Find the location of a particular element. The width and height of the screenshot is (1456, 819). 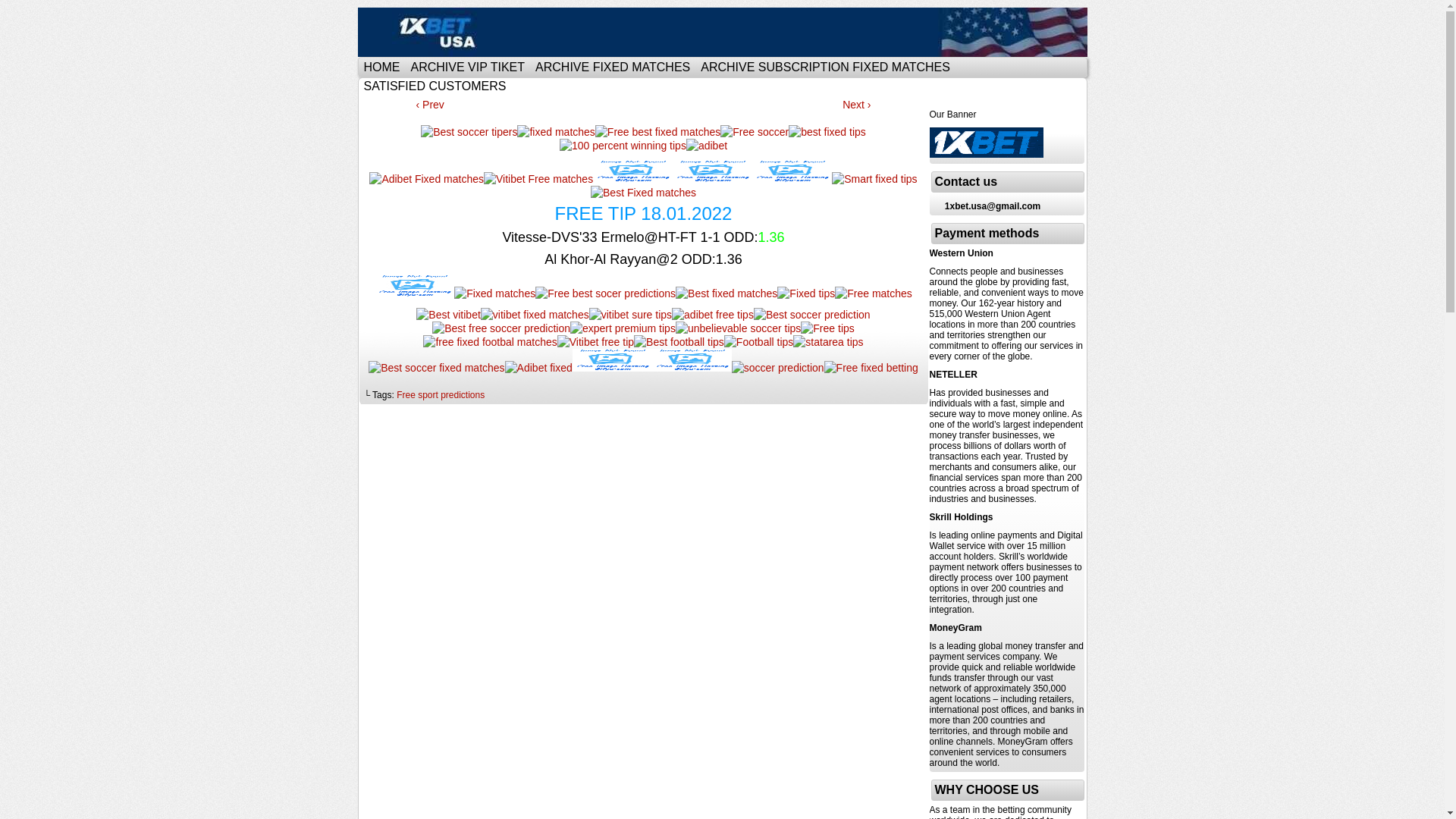

'ARCHIVE SUBSCRIPTION FIXED MATCHES' is located at coordinates (824, 66).